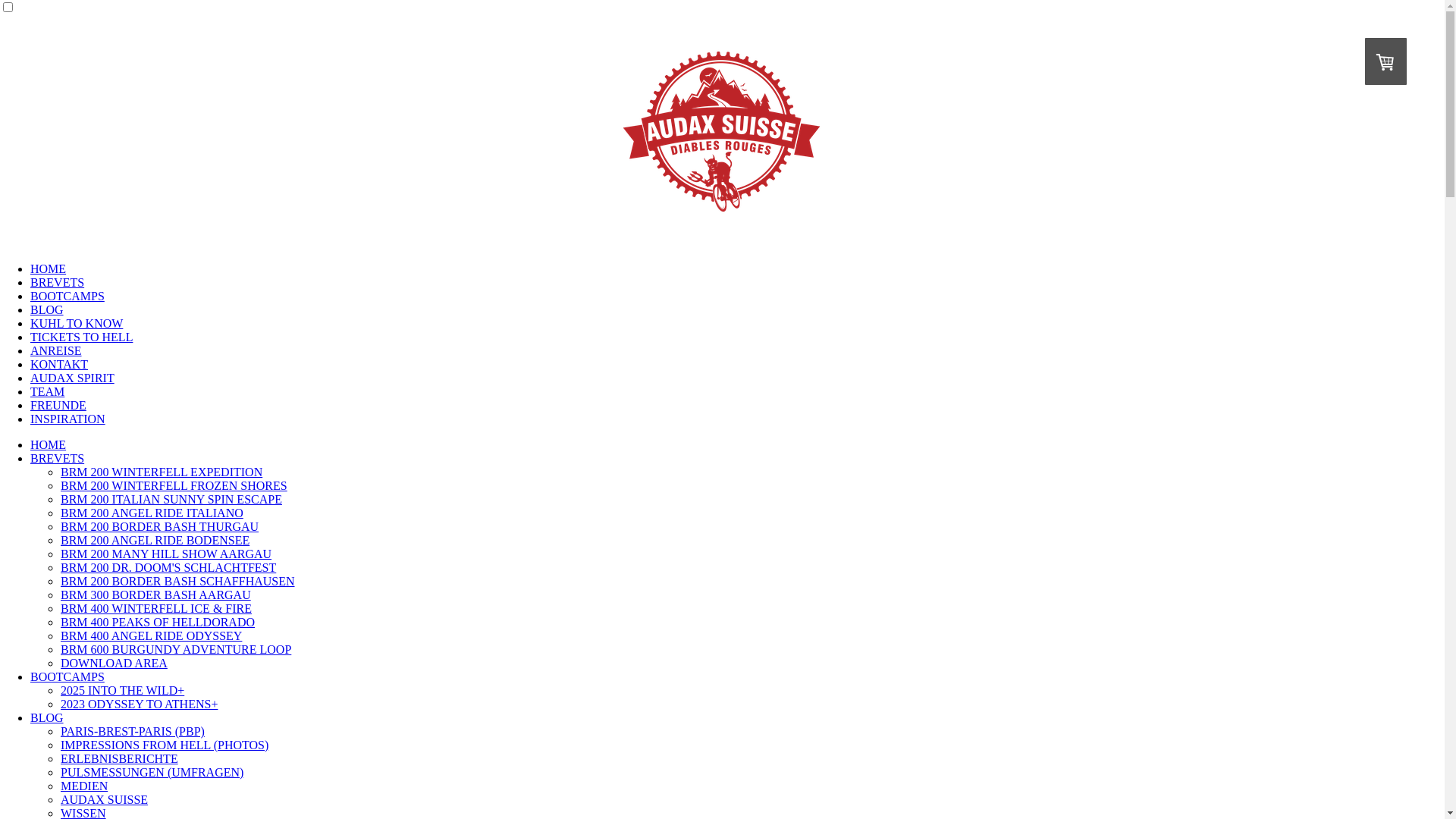 This screenshot has width=1456, height=819. Describe the element at coordinates (61, 499) in the screenshot. I see `'BRM 200 ITALIAN SUNNY SPIN ESCAPE'` at that location.